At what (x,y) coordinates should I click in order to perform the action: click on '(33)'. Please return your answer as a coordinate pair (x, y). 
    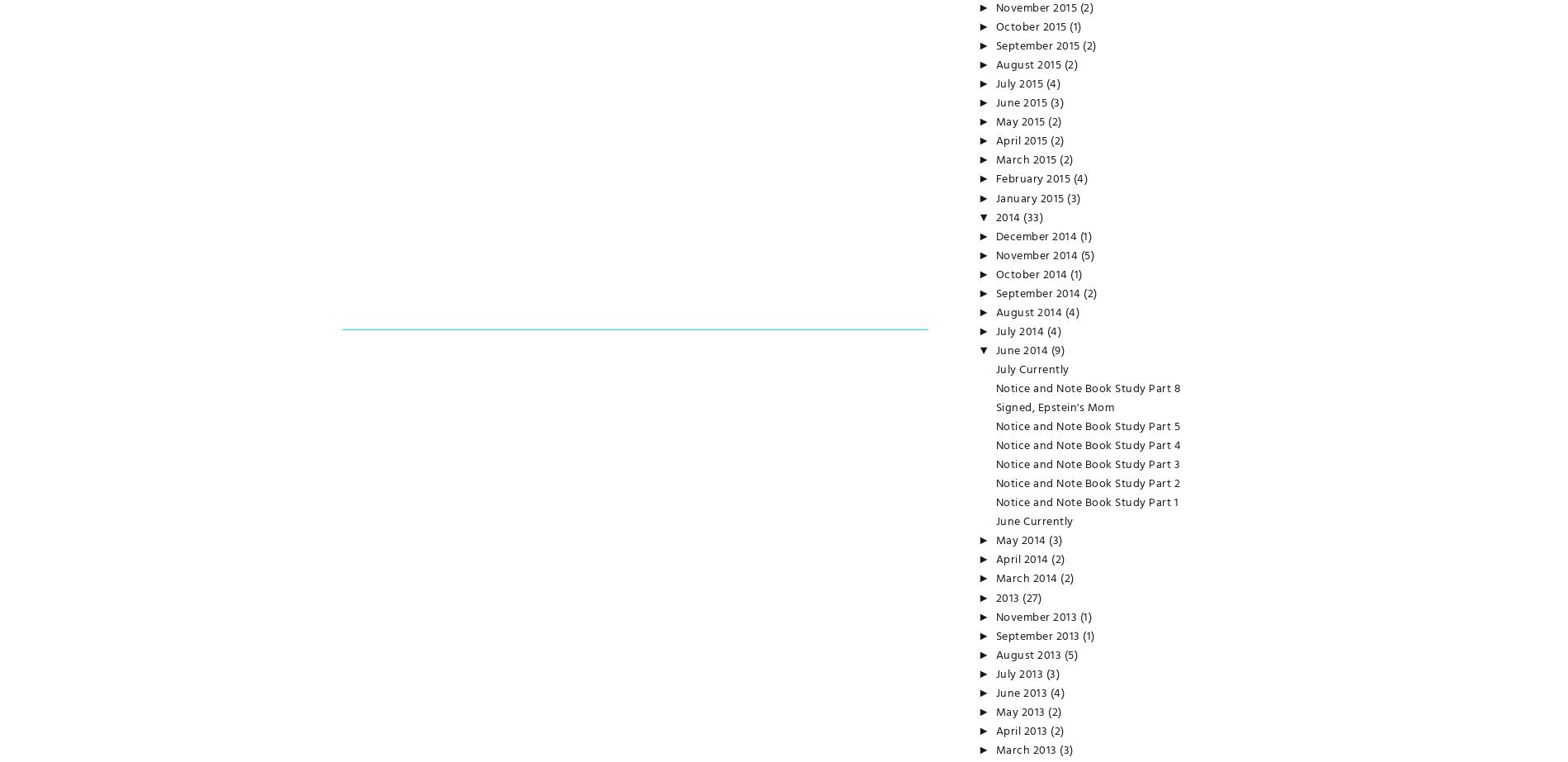
    Looking at the image, I should click on (1032, 217).